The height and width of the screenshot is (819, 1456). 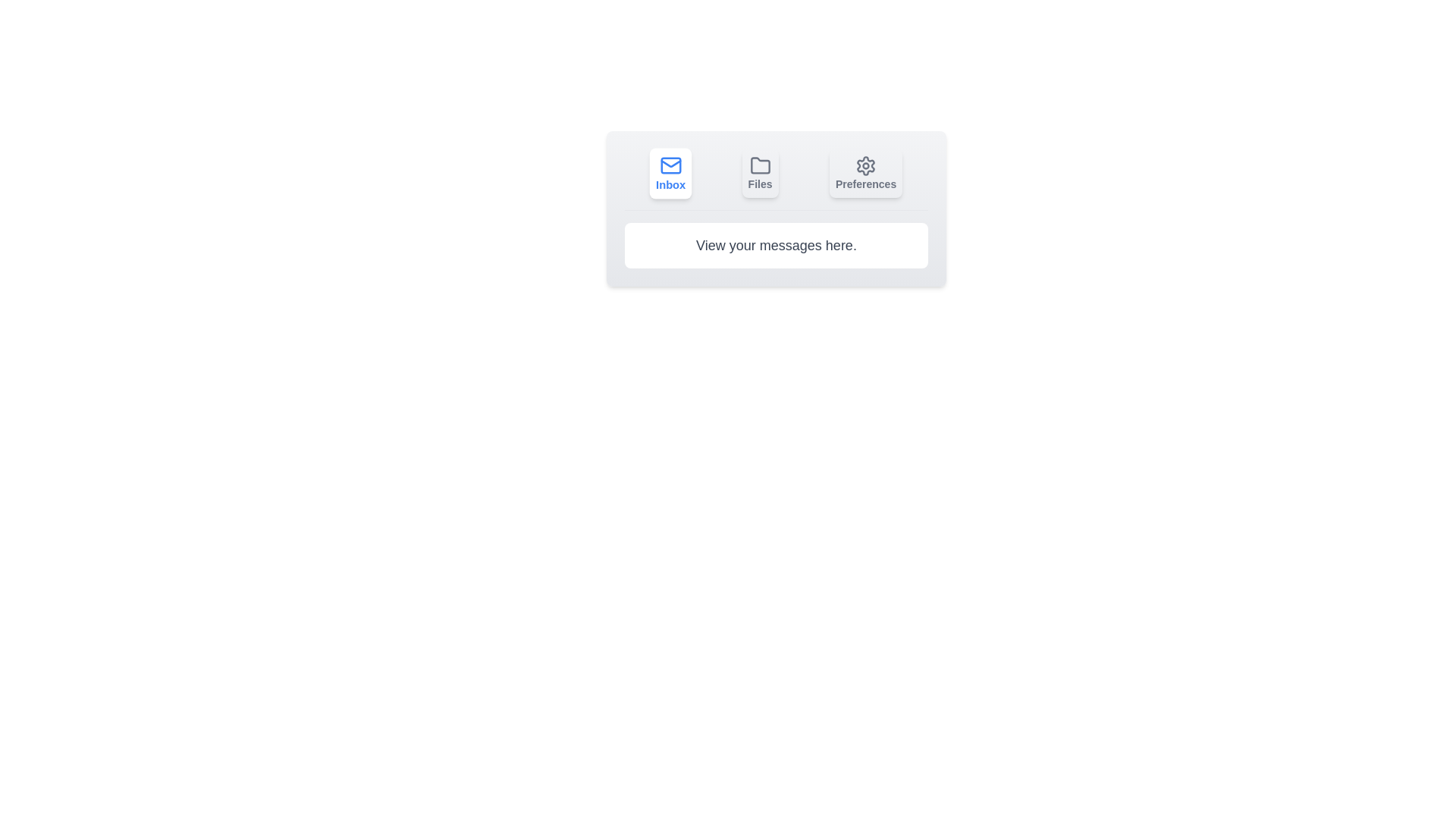 I want to click on the 'Inbox' button, which has a blue mail icon and bold blue text, so click(x=670, y=172).